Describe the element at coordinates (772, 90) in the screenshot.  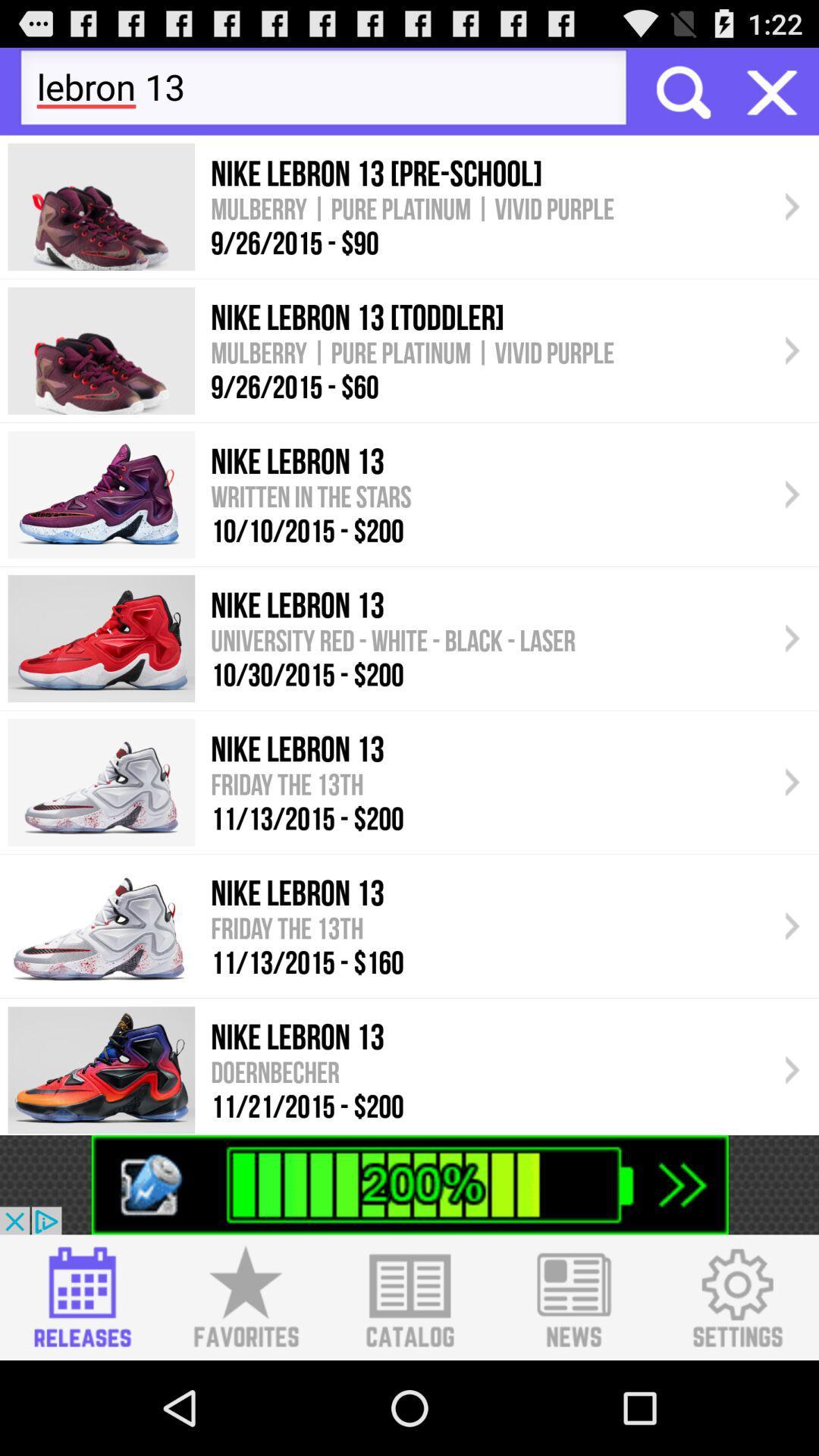
I see `autoplay option turned on` at that location.